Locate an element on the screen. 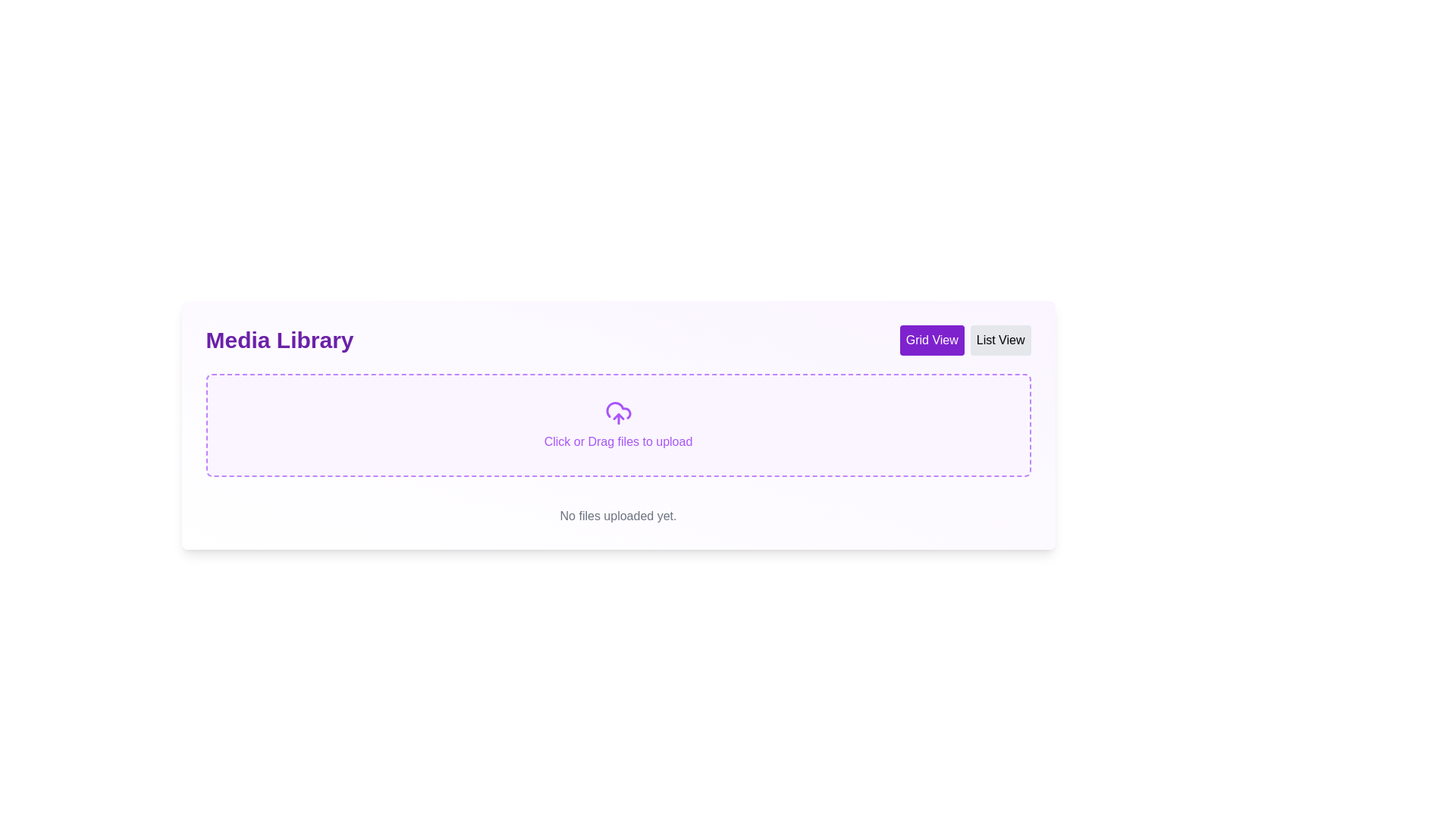 The height and width of the screenshot is (819, 1456). the informational text label displaying 'No files uploaded yet.' which is styled in light gray and located at the bottom of the file upload interface is located at coordinates (618, 516).